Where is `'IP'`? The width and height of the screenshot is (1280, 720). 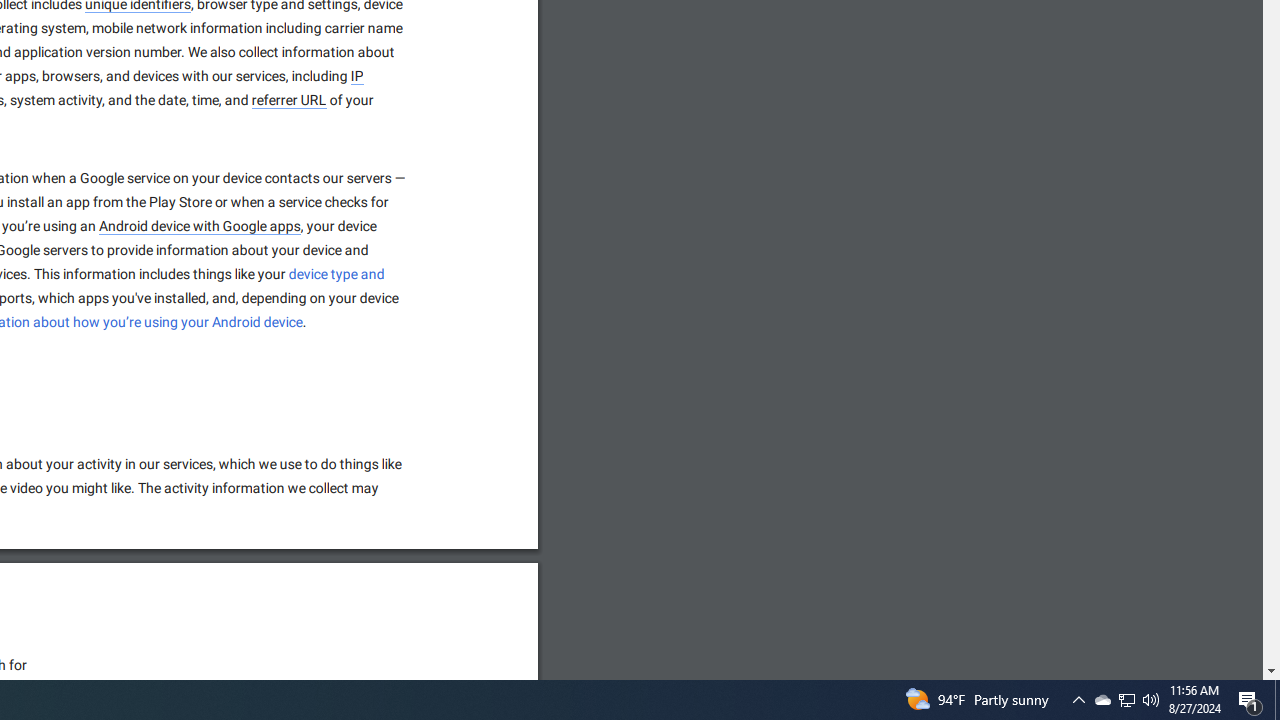 'IP' is located at coordinates (357, 75).